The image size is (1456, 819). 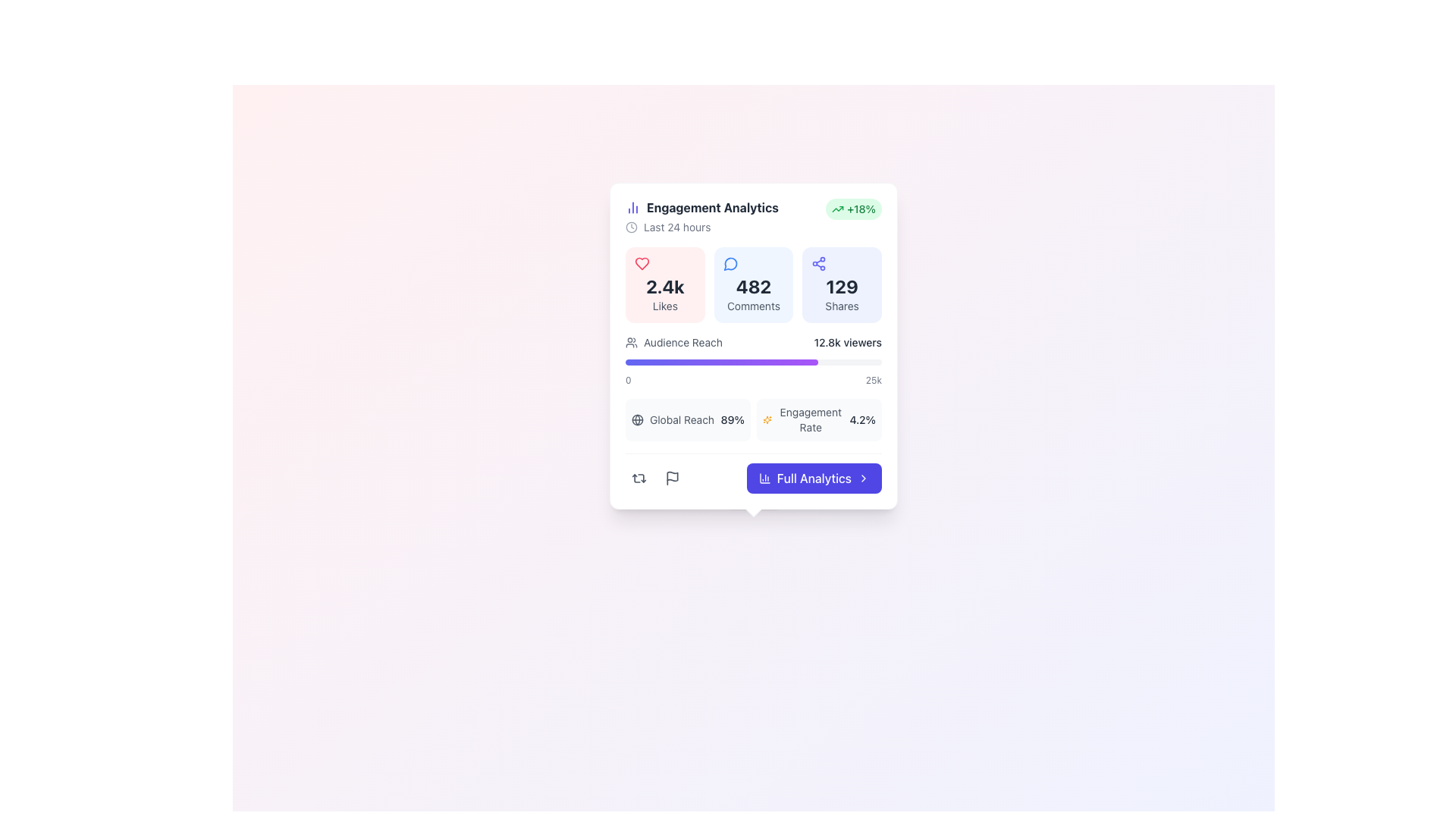 What do you see at coordinates (753, 494) in the screenshot?
I see `the decorative indicator, which is a small white square rotated by 45 degrees, located directly beneath the blue rounded button labeled 'Full Analytics'` at bounding box center [753, 494].